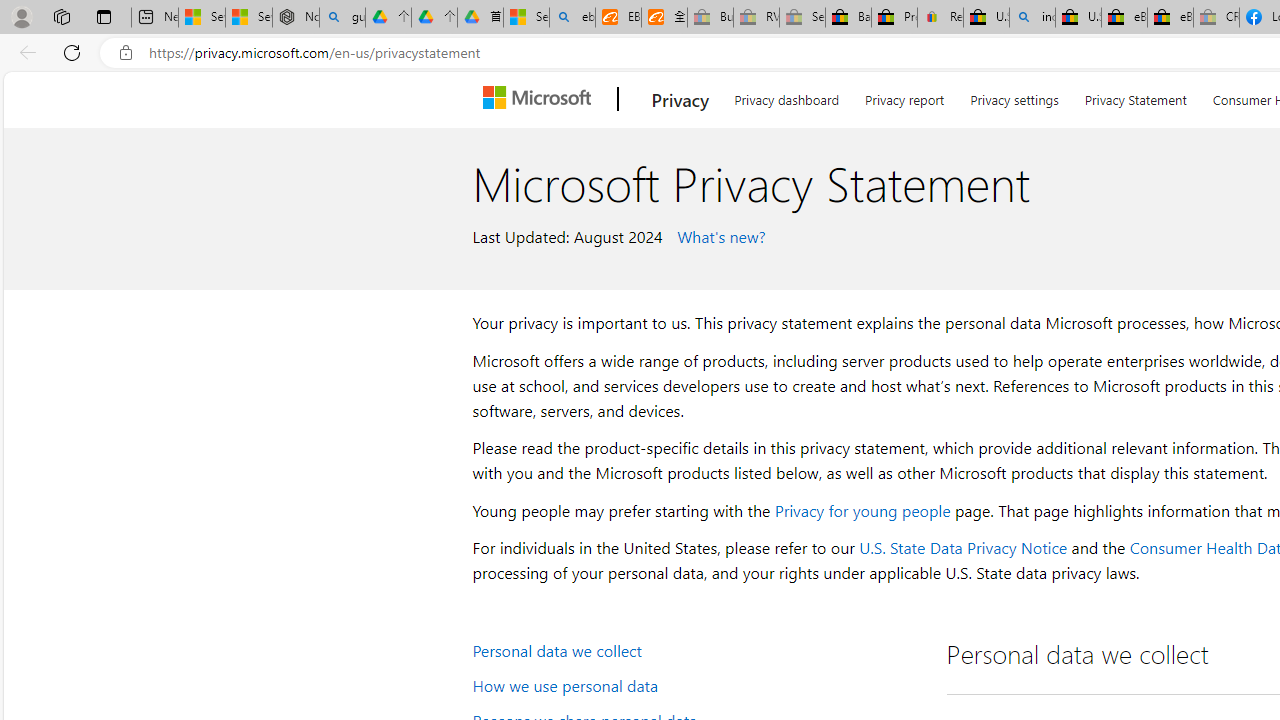 Image resolution: width=1280 pixels, height=720 pixels. Describe the element at coordinates (1032, 17) in the screenshot. I see `'including - Search'` at that location.